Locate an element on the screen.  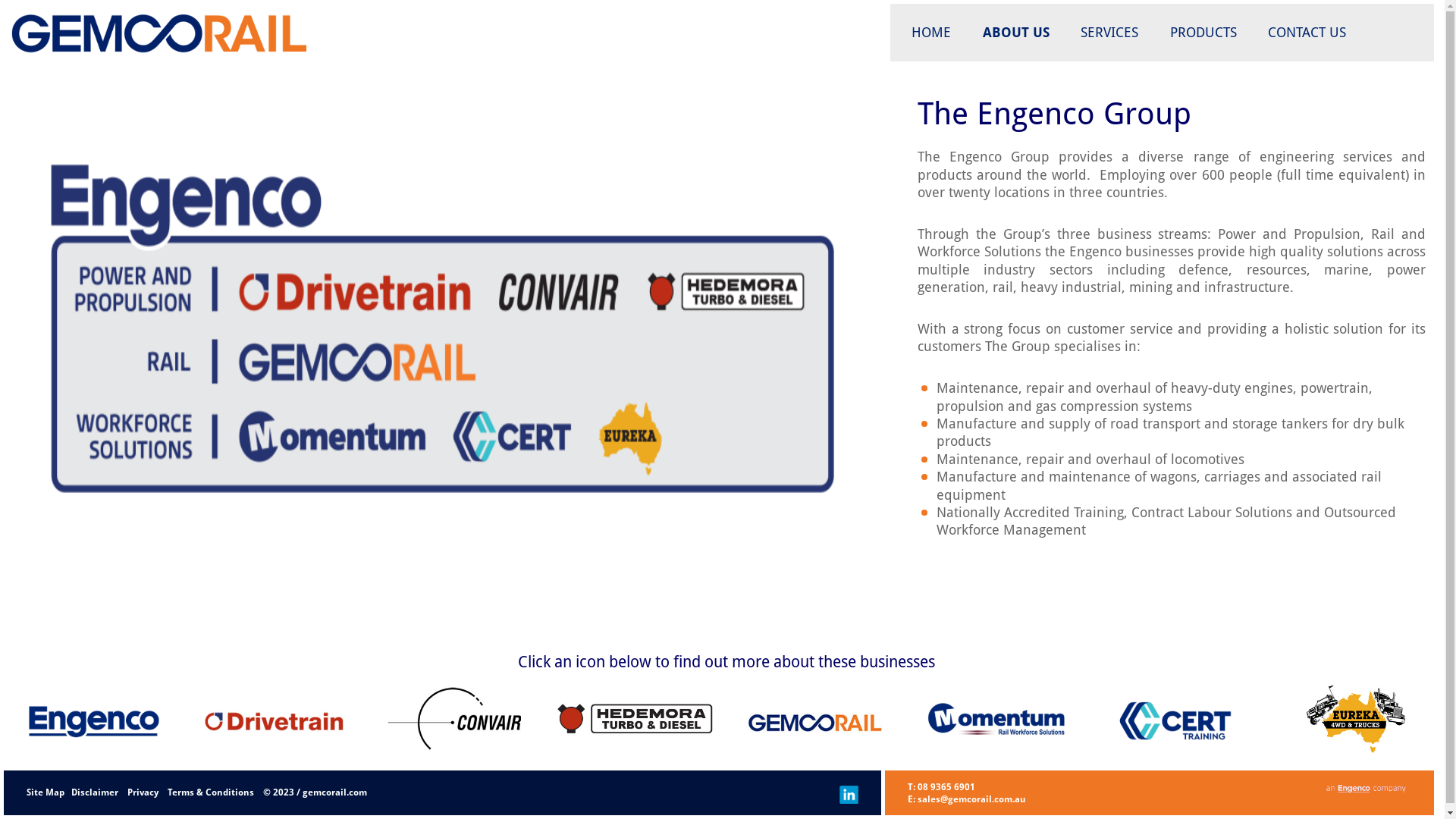
'Privacy' is located at coordinates (143, 792).